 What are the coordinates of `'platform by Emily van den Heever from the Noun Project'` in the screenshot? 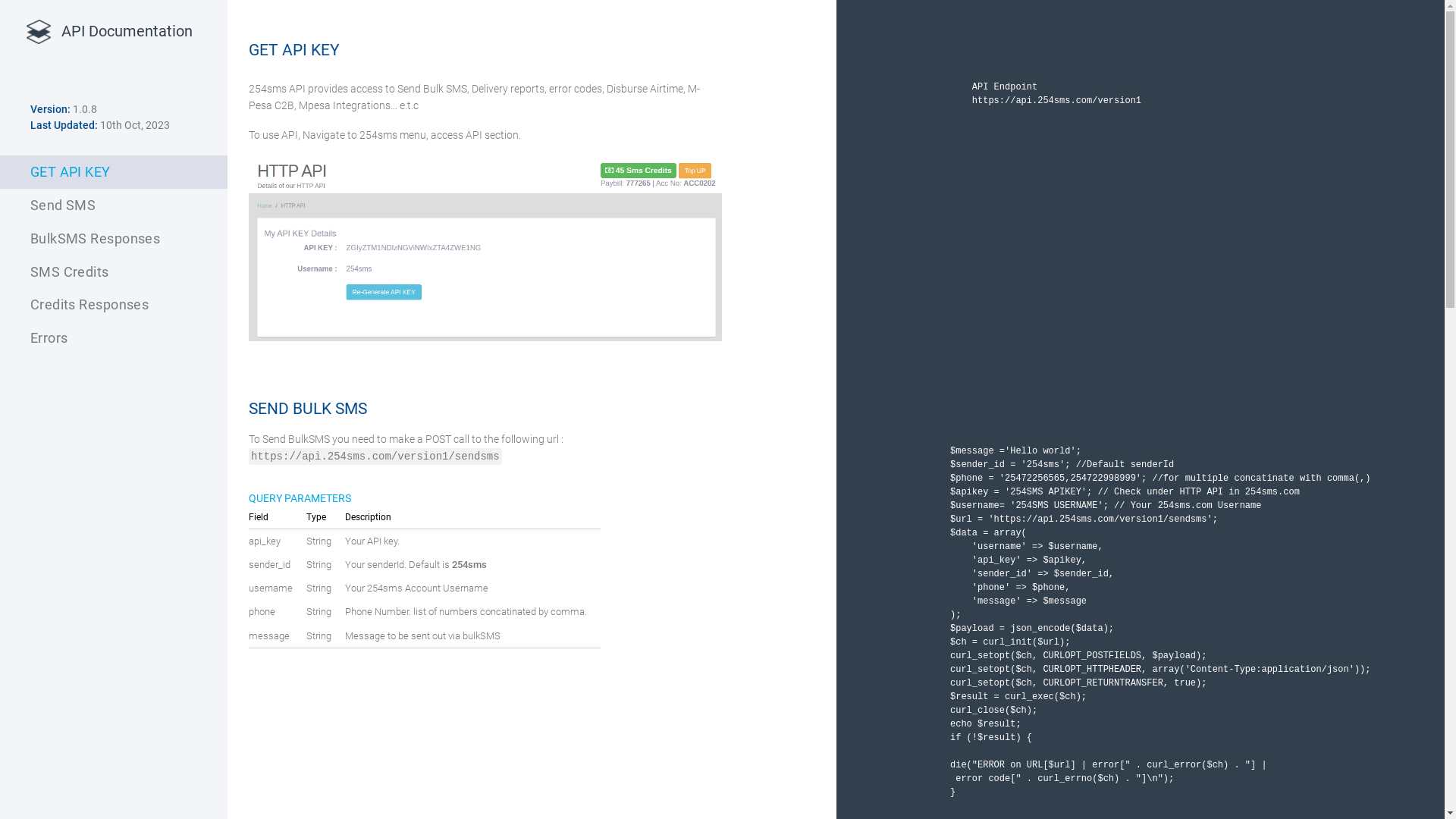 It's located at (37, 32).